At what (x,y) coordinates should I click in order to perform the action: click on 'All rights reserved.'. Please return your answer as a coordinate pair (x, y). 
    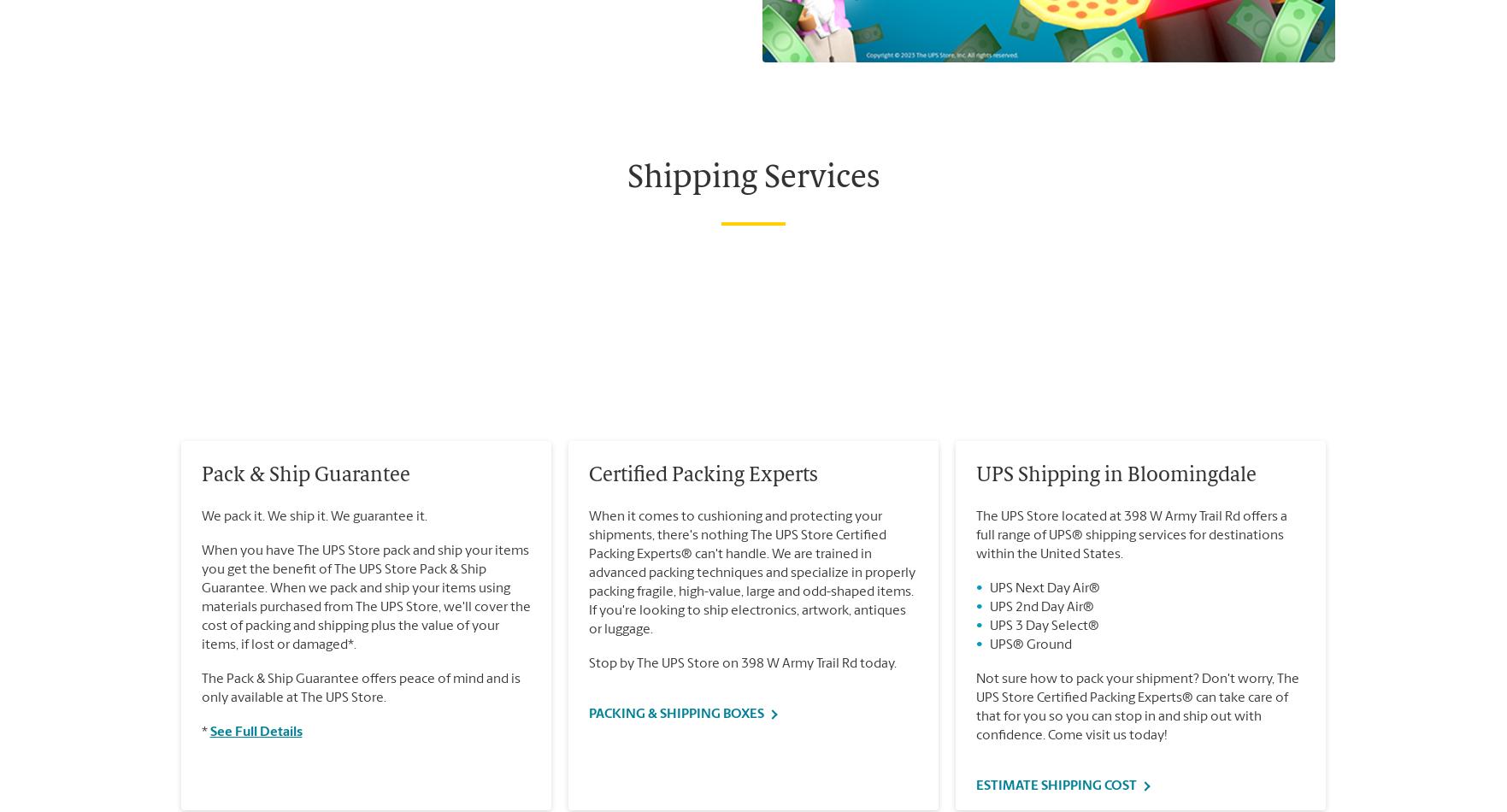
    Looking at the image, I should click on (498, 78).